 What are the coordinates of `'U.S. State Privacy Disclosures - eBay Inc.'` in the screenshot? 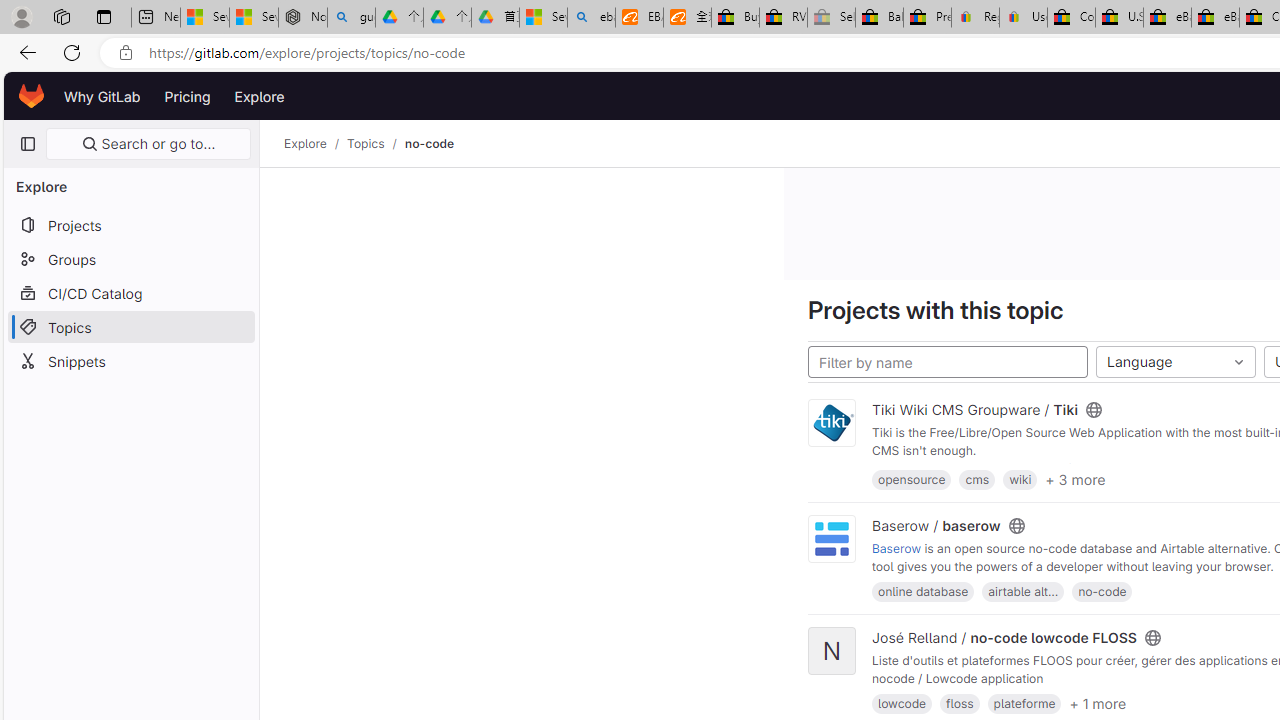 It's located at (1118, 17).